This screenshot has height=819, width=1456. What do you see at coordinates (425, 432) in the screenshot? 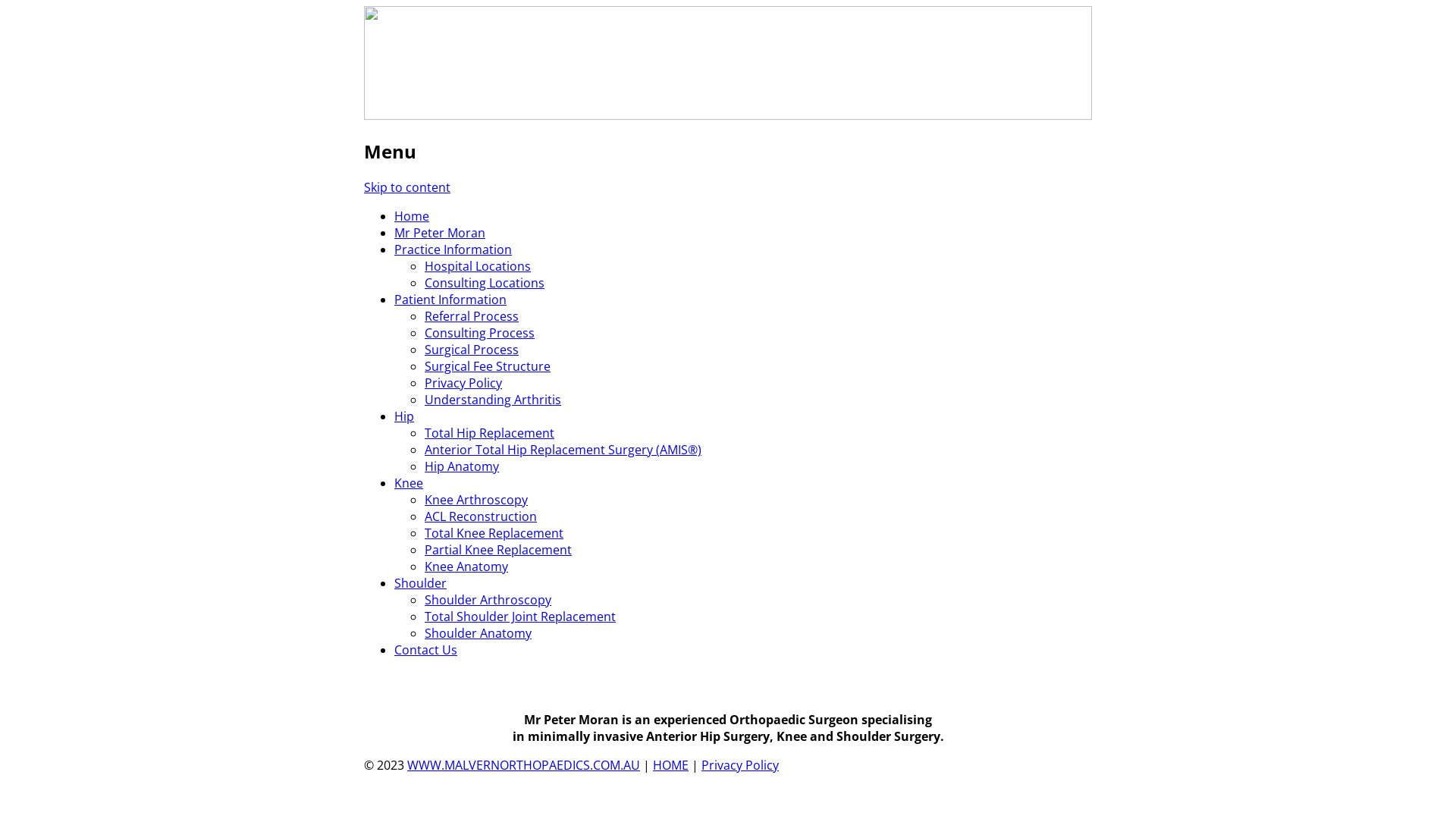
I see `'Total Hip Replacement'` at bounding box center [425, 432].